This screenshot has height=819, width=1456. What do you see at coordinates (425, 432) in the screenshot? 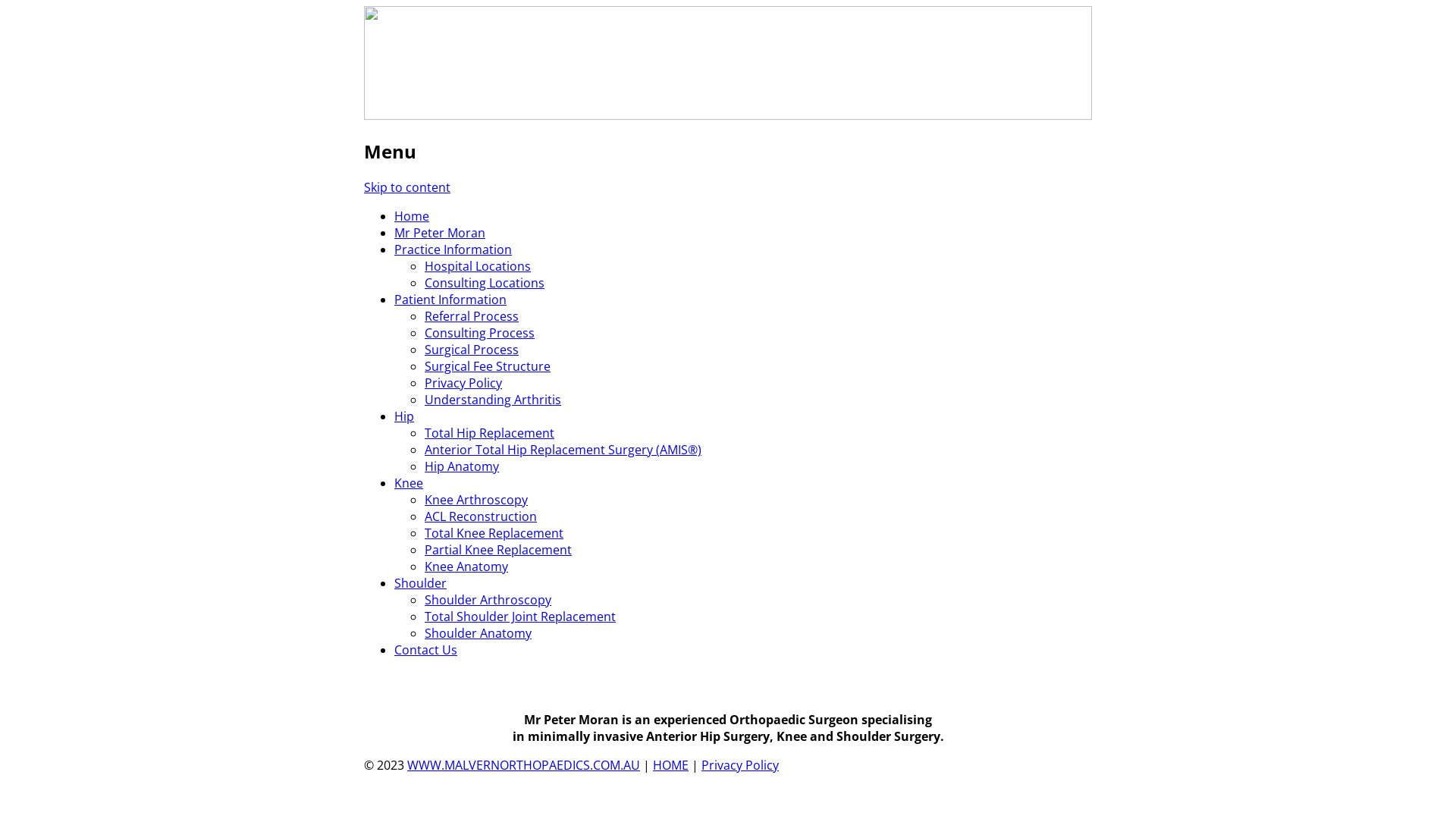
I see `'Total Hip Replacement'` at bounding box center [425, 432].